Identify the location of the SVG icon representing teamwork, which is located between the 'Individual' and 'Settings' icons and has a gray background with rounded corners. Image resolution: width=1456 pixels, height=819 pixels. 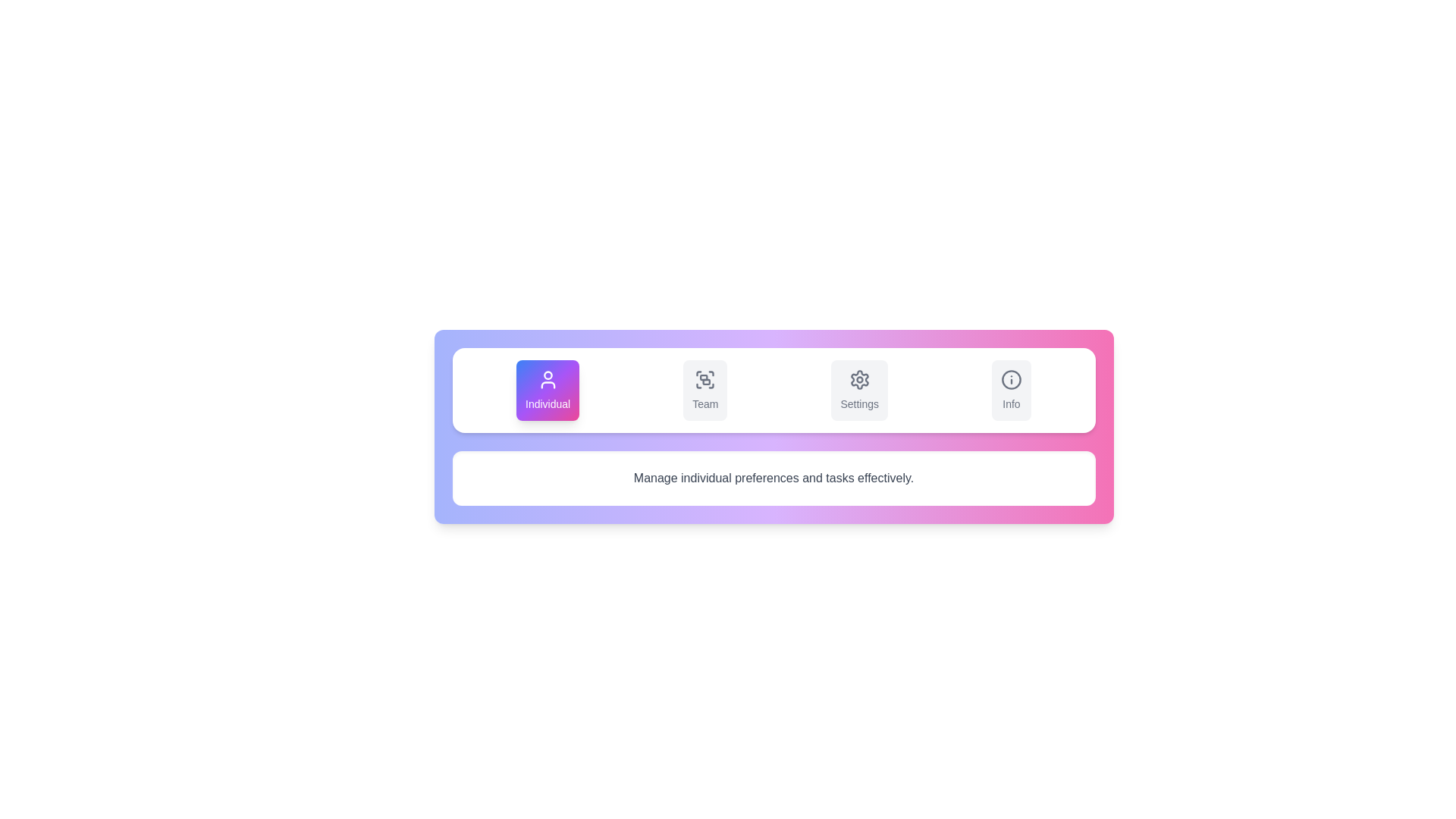
(704, 379).